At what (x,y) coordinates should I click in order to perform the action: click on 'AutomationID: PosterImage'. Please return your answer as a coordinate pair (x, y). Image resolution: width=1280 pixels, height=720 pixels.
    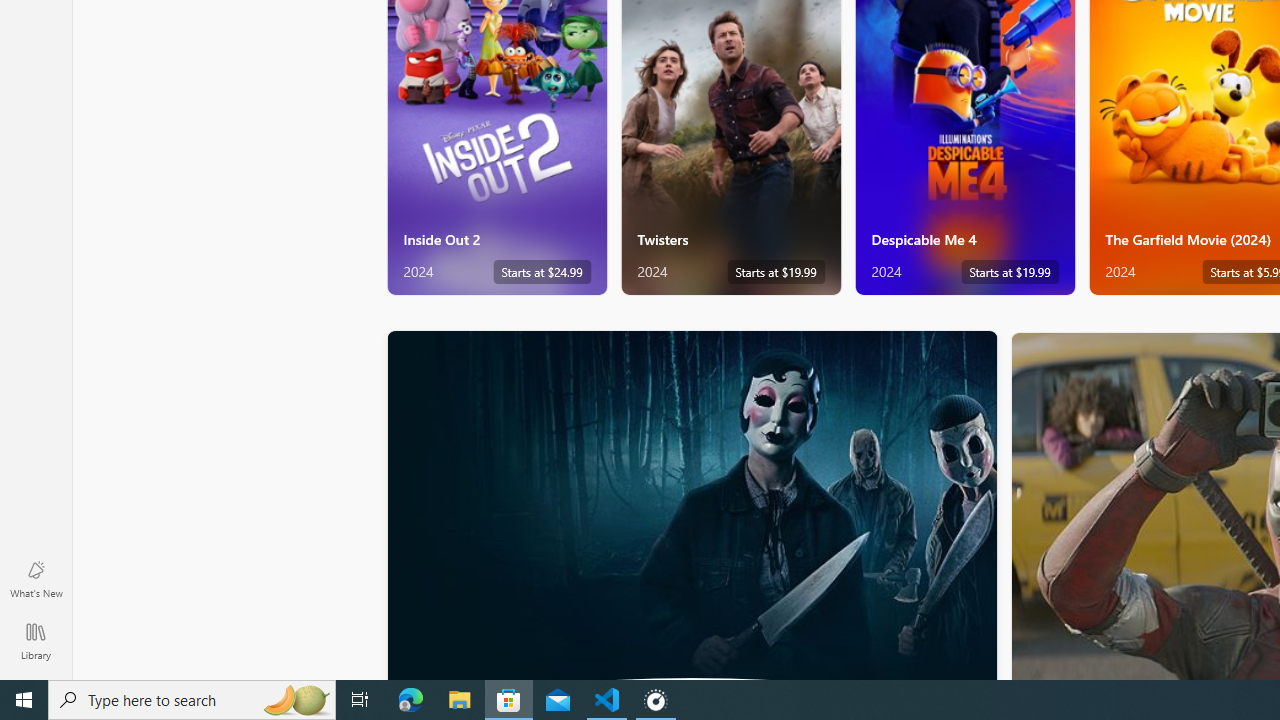
    Looking at the image, I should click on (691, 504).